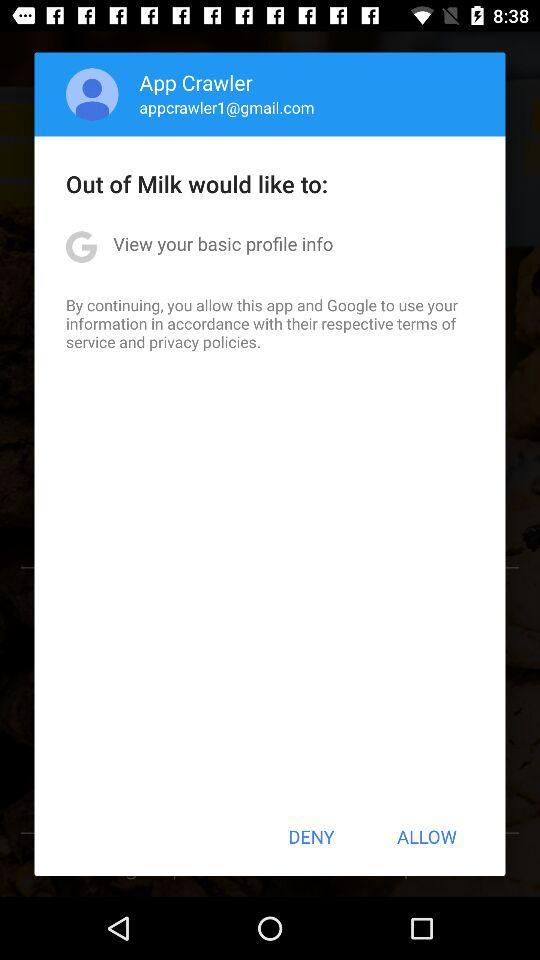  Describe the element at coordinates (222, 242) in the screenshot. I see `the icon below out of milk item` at that location.